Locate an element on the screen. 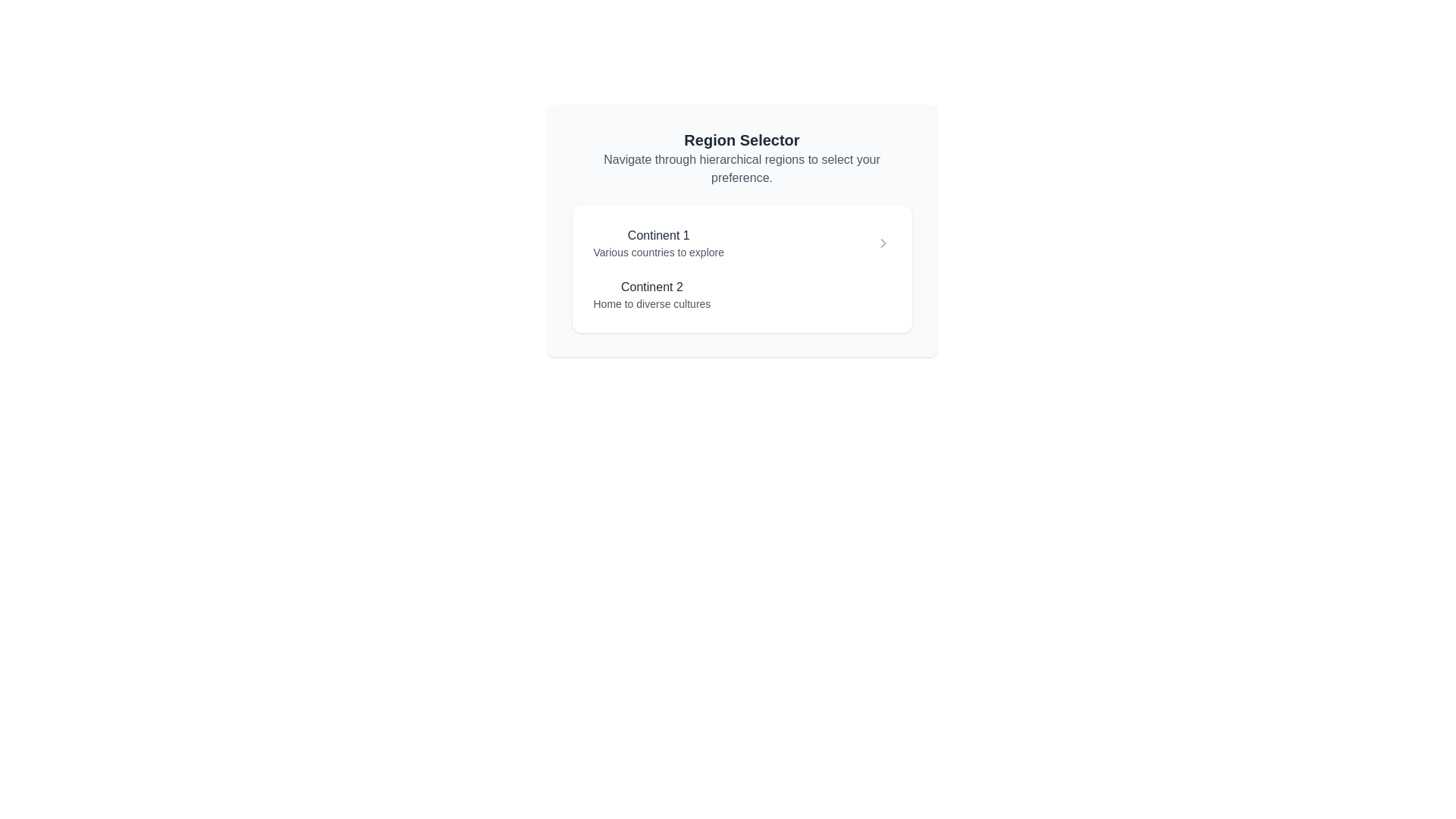  the informational text label providing context about 'Continent 1', which is positioned underneath the main text in the Region Selector section is located at coordinates (658, 251).